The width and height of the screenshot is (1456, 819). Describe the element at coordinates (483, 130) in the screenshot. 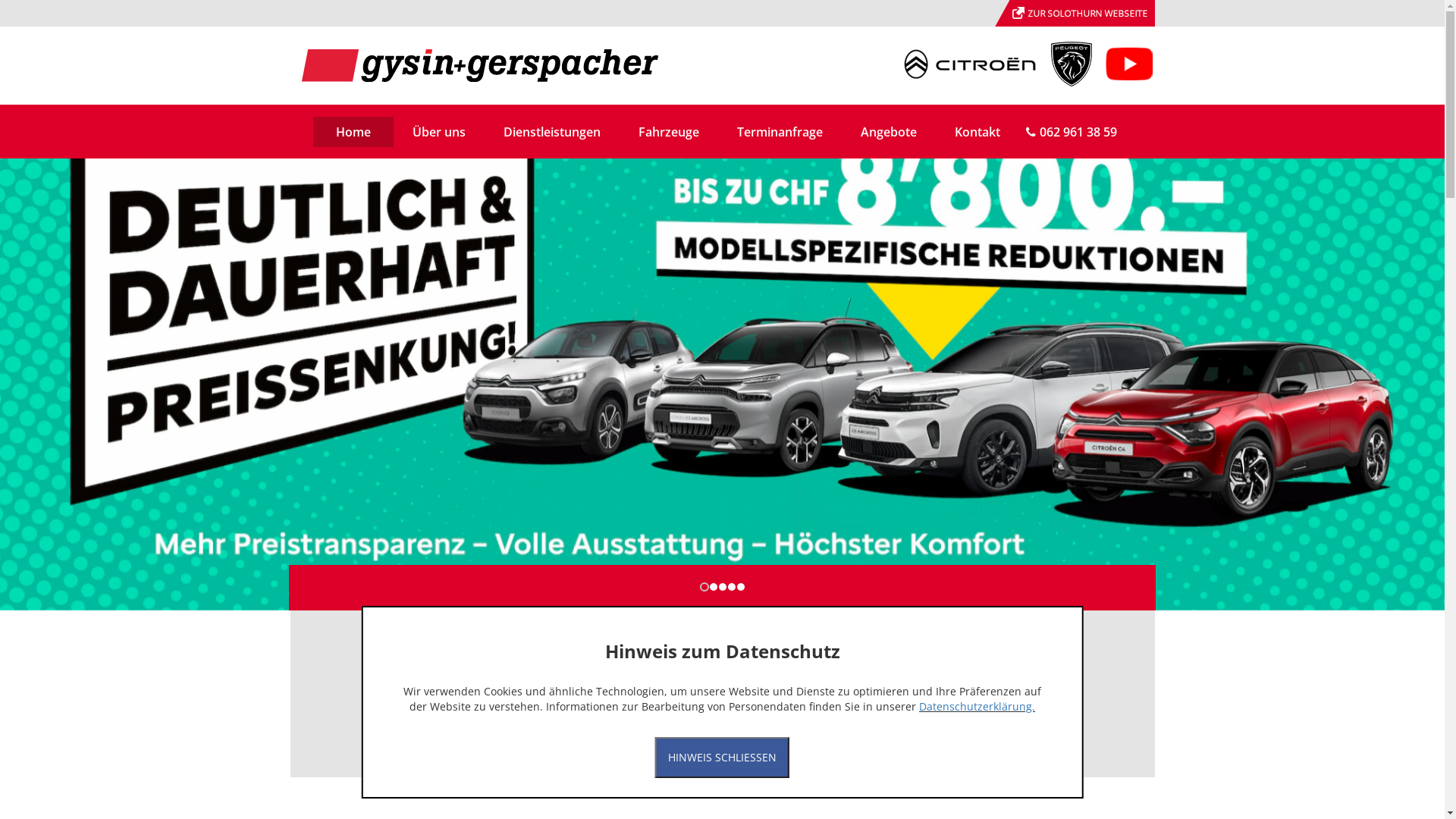

I see `'Dienstleistungen'` at that location.